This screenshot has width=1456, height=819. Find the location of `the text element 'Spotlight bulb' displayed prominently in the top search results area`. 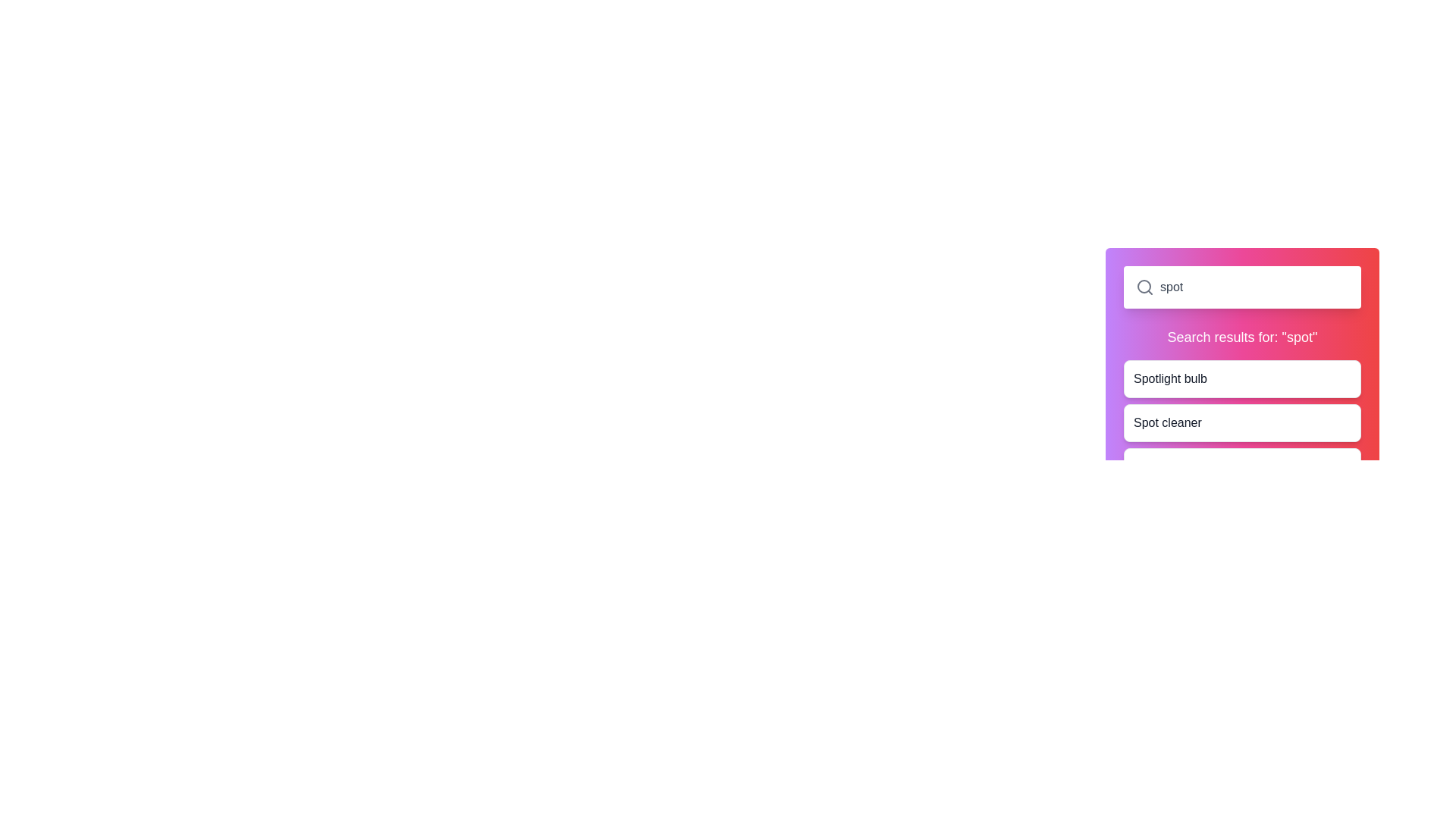

the text element 'Spotlight bulb' displayed prominently in the top search results area is located at coordinates (1169, 378).